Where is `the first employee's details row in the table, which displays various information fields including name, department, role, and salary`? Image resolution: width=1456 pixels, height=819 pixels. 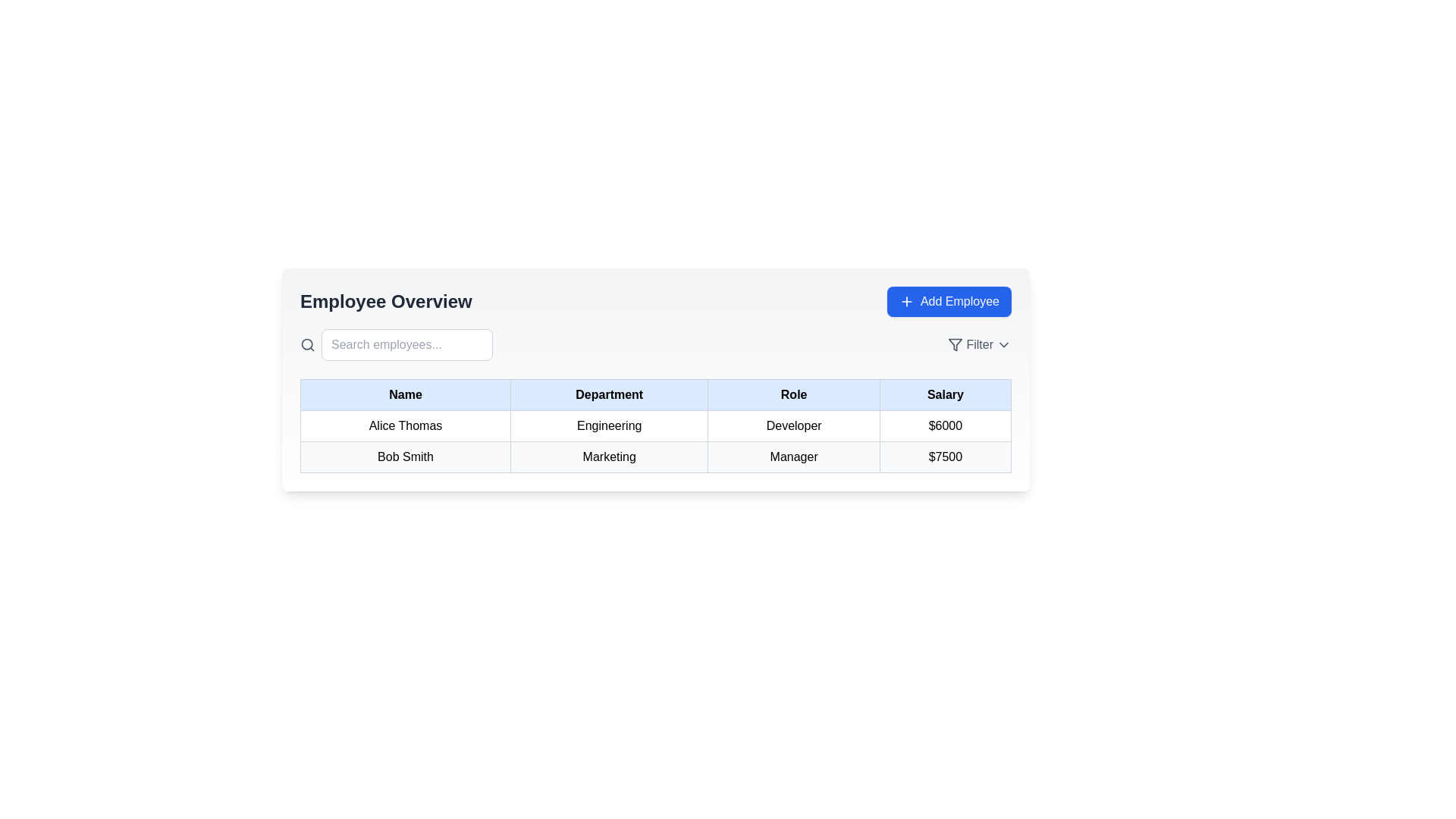
the first employee's details row in the table, which displays various information fields including name, department, role, and salary is located at coordinates (655, 426).